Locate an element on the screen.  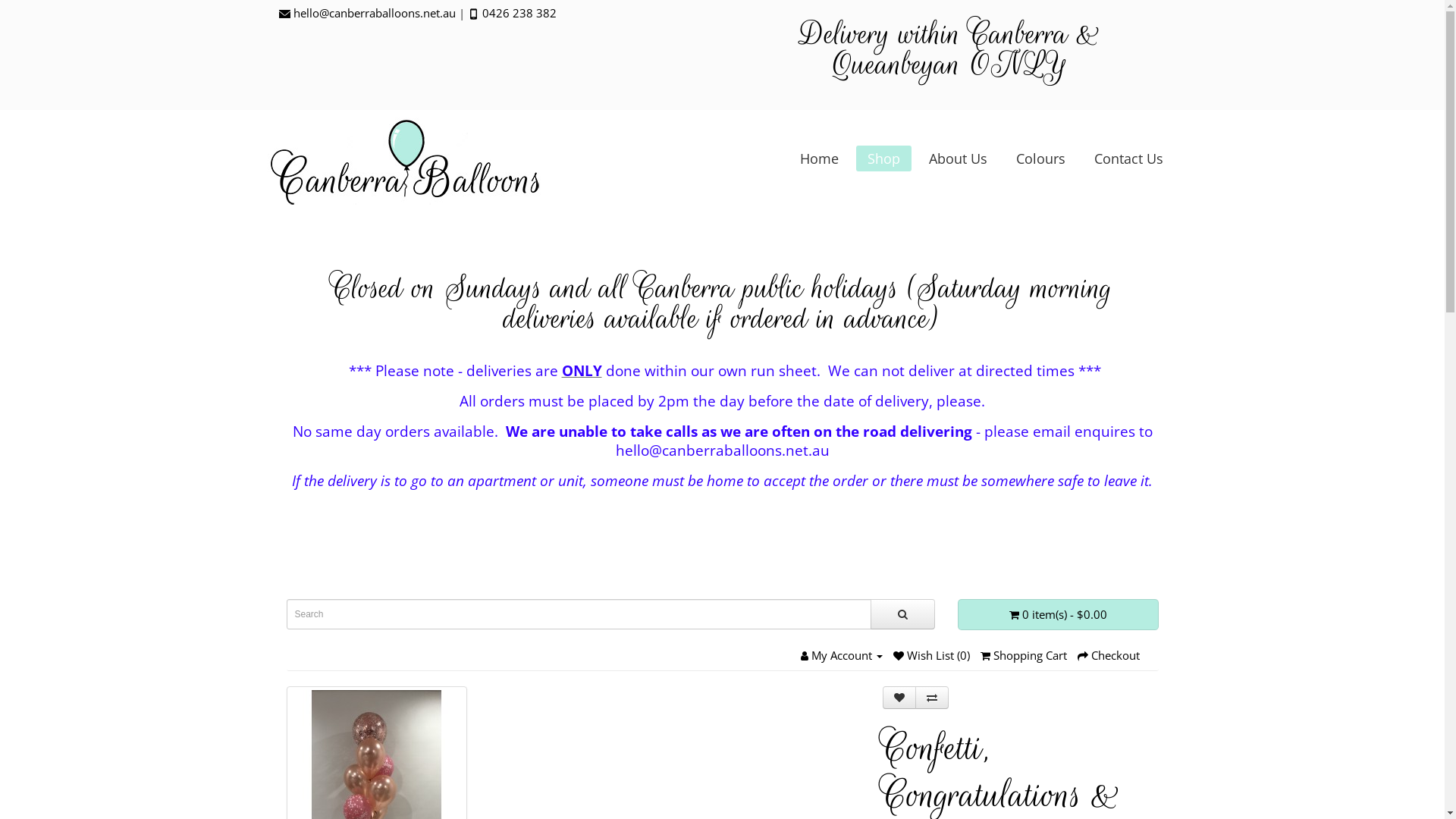
'Contact Us' is located at coordinates (1128, 158).